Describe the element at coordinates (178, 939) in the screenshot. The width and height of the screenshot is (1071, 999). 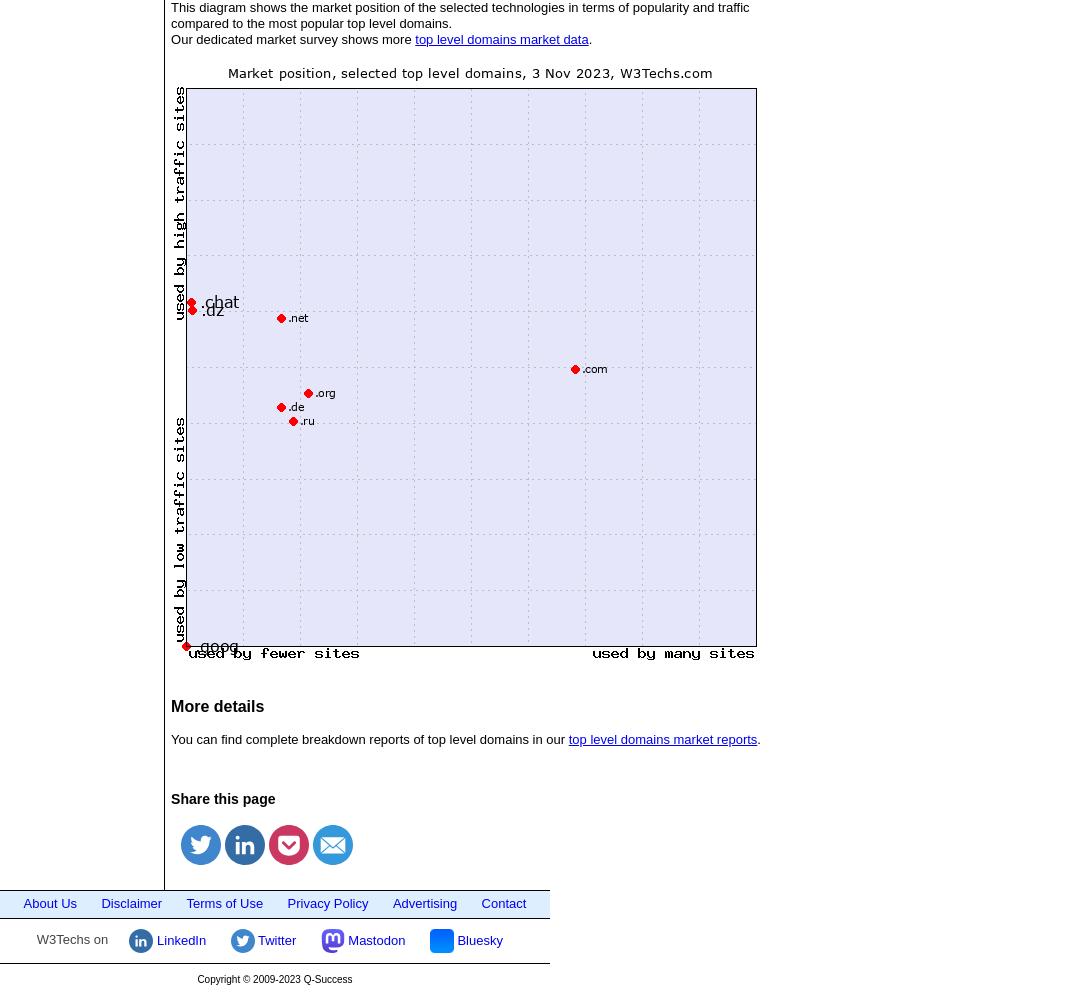
I see `'LinkedIn'` at that location.